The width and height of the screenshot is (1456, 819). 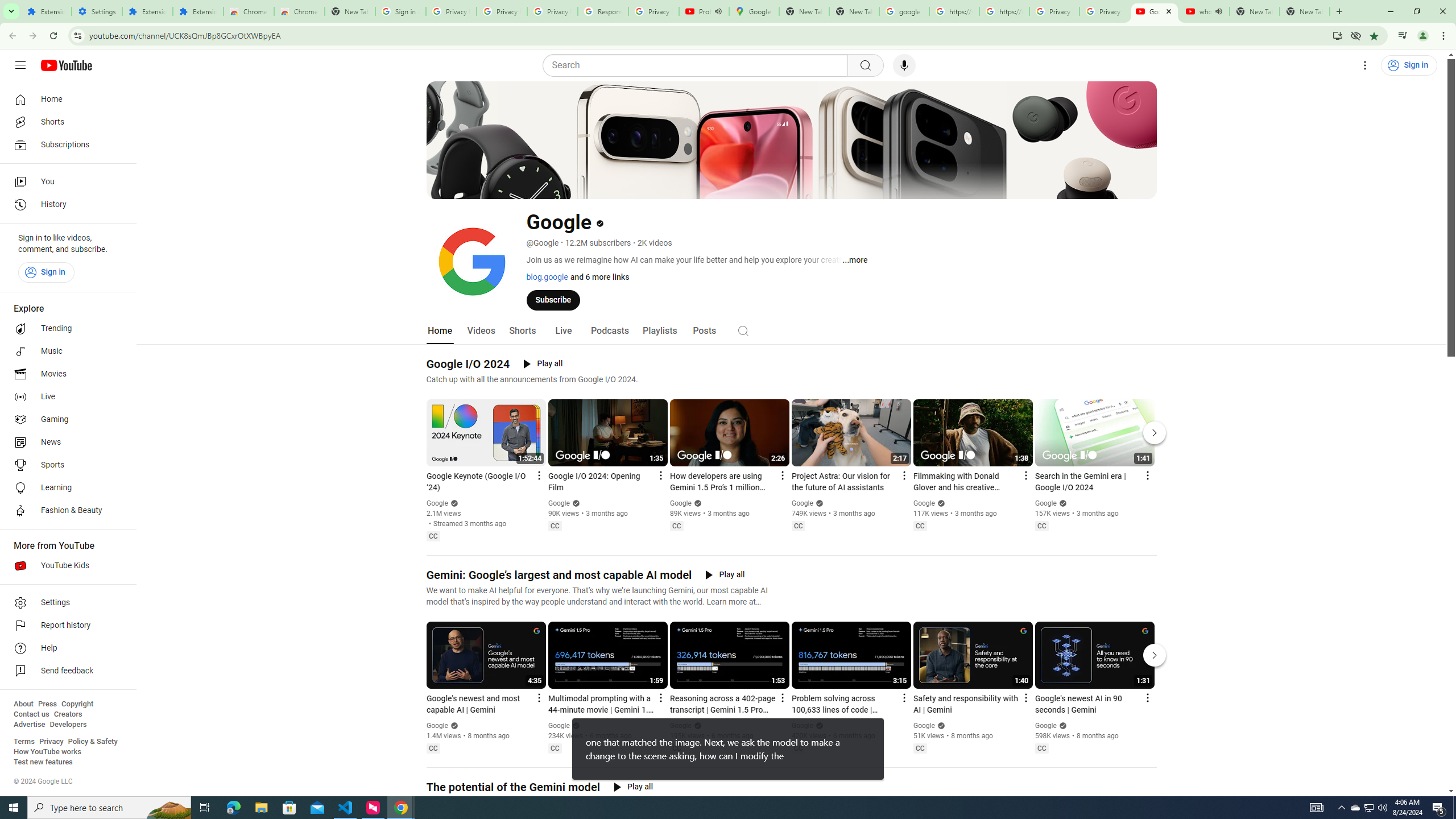 I want to click on 'Guide', so click(x=19, y=65).